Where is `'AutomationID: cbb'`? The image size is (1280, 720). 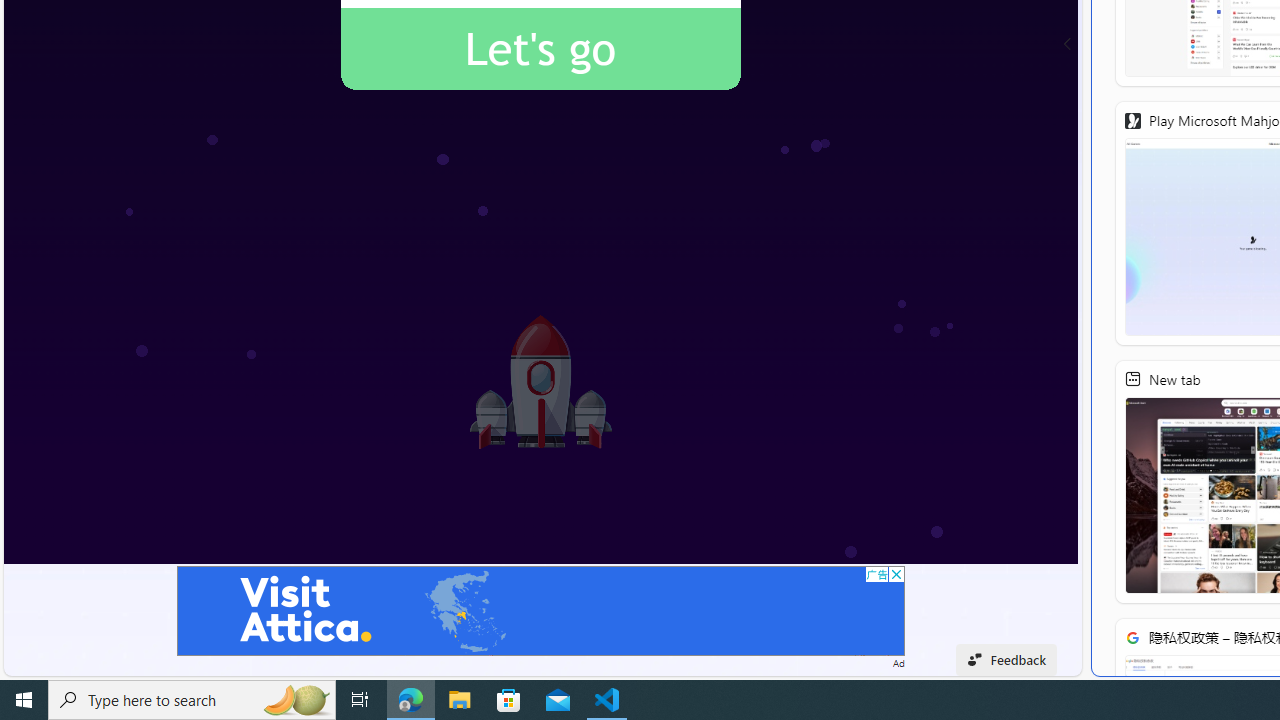
'AutomationID: cbb' is located at coordinates (895, 574).